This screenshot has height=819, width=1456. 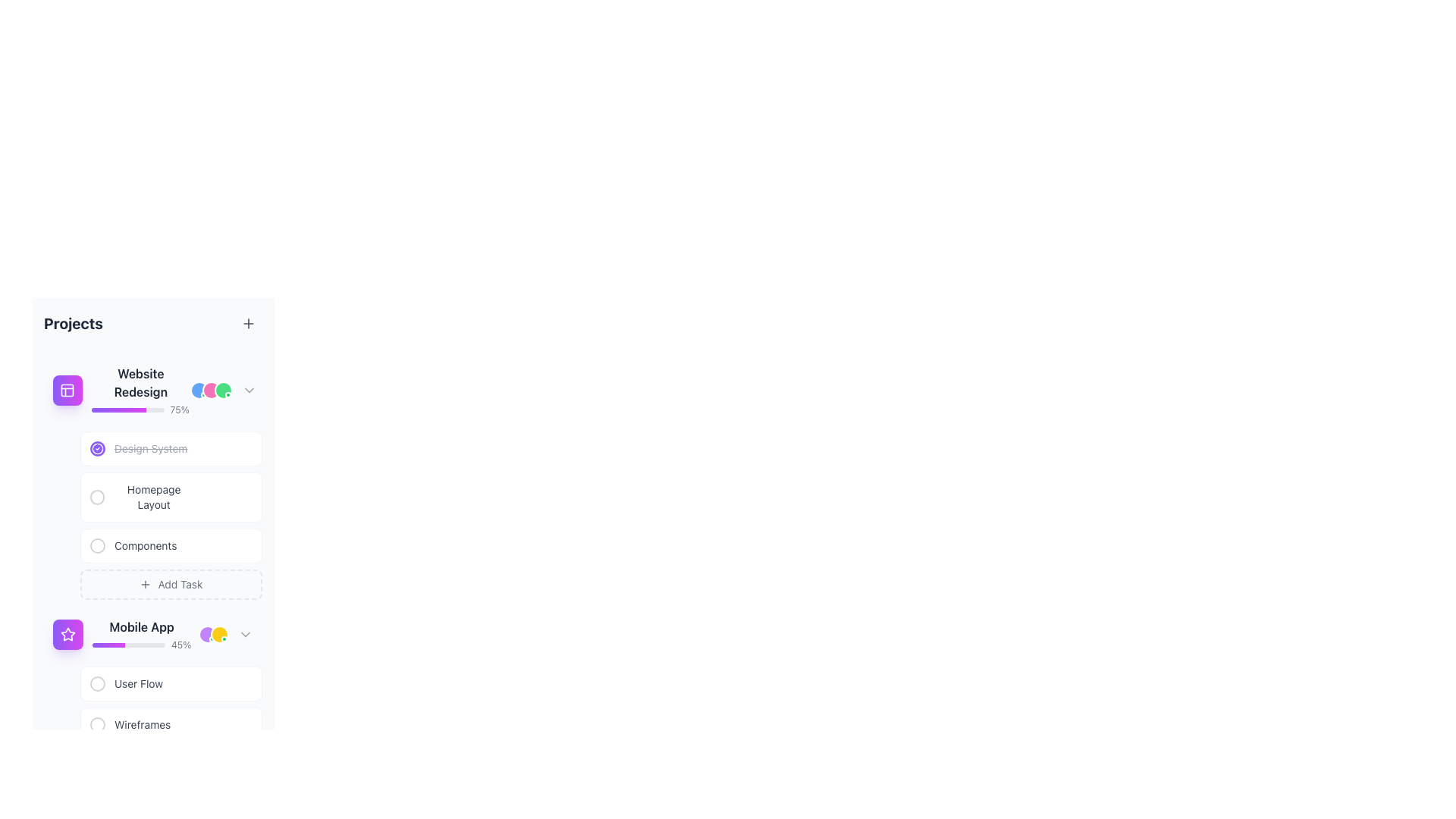 What do you see at coordinates (249, 390) in the screenshot?
I see `the right-pointing light gray chevron icon` at bounding box center [249, 390].